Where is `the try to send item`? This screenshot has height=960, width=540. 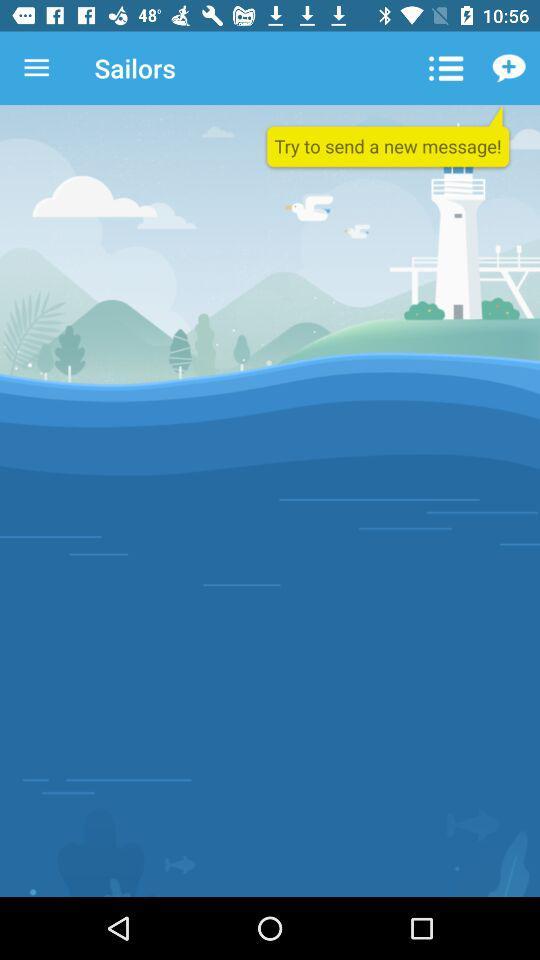 the try to send item is located at coordinates (388, 137).